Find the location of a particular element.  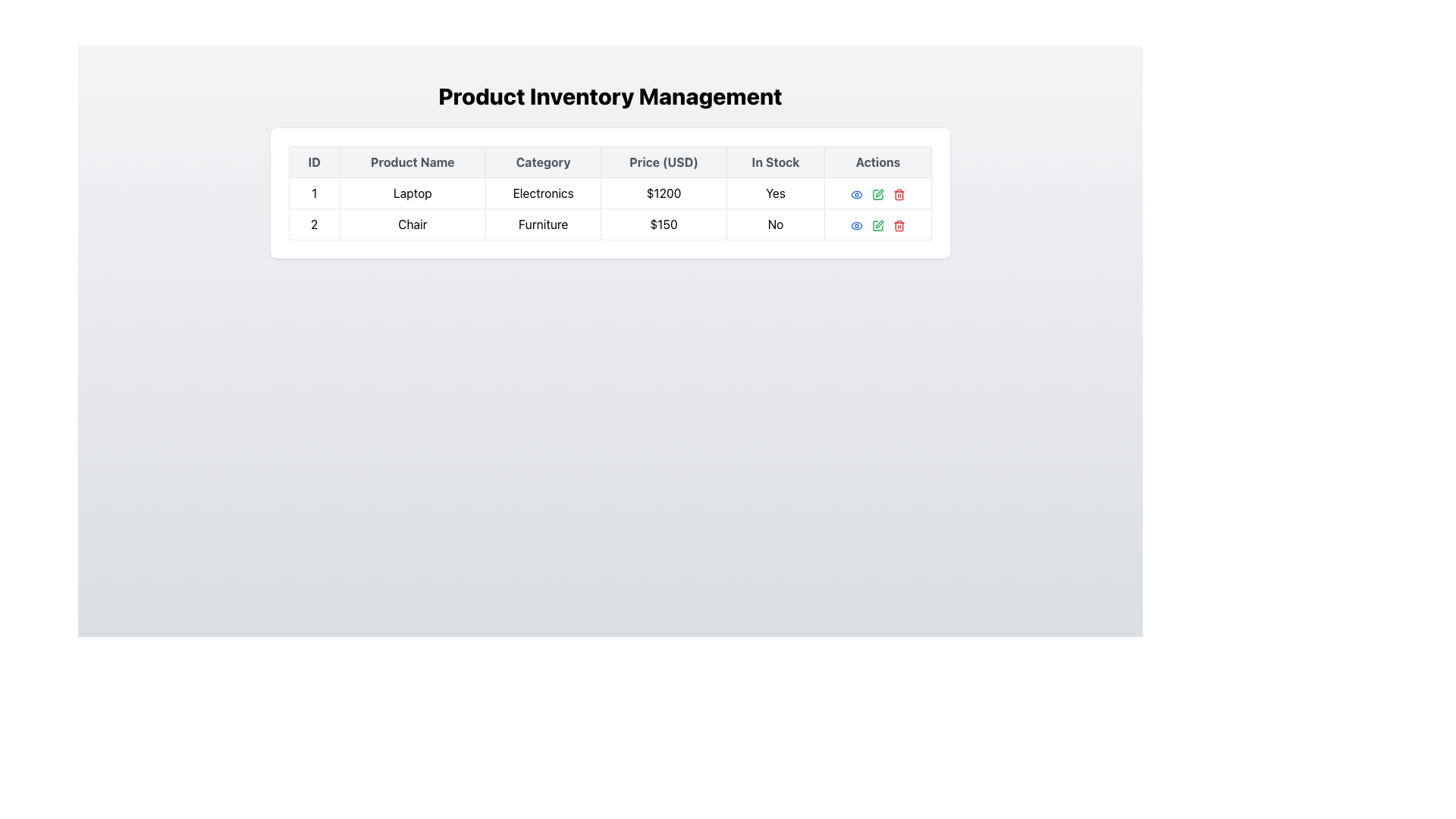

the green pencil icon button in the second row of the 'Actions' column is located at coordinates (880, 224).